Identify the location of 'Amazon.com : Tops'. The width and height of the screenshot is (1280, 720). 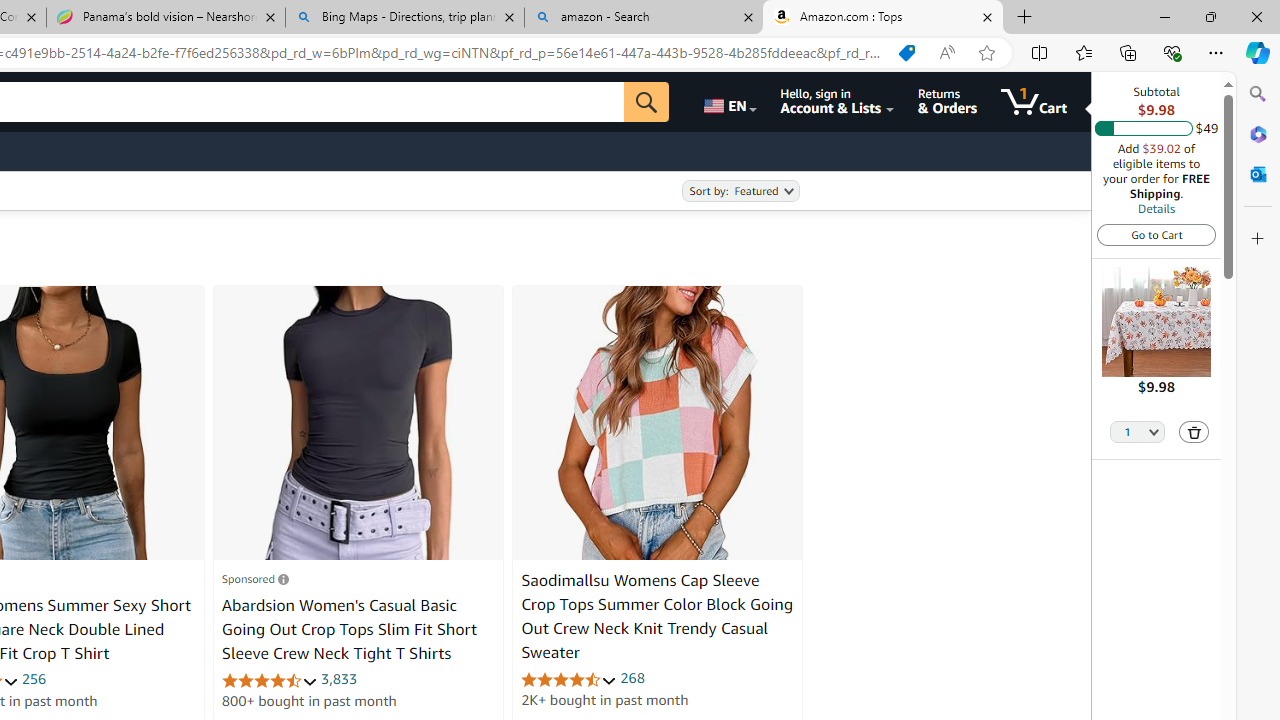
(882, 17).